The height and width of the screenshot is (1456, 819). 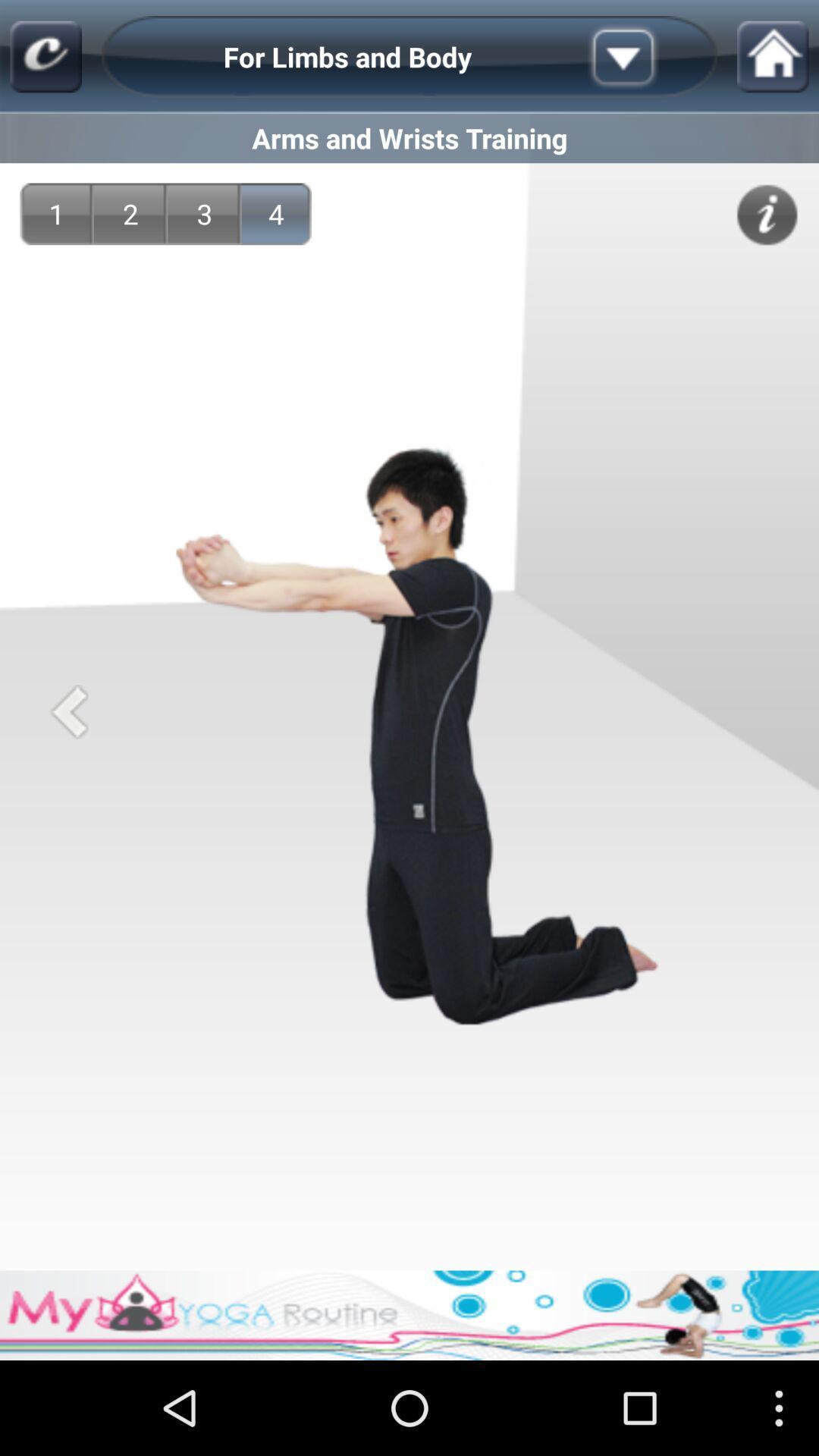 What do you see at coordinates (647, 57) in the screenshot?
I see `item above arms and wrists app` at bounding box center [647, 57].